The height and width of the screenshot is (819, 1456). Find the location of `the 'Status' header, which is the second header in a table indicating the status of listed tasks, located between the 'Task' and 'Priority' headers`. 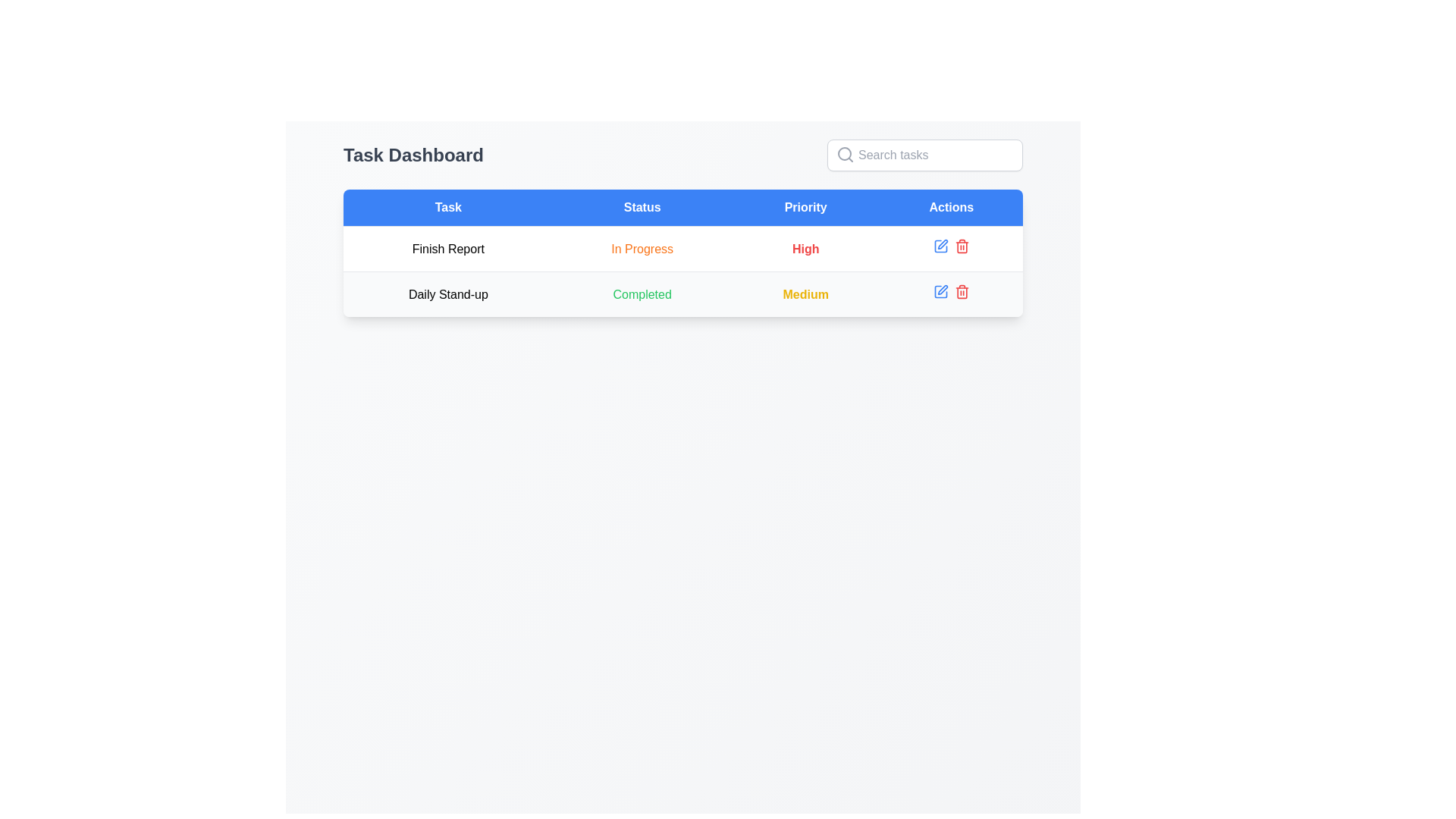

the 'Status' header, which is the second header in a table indicating the status of listed tasks, located between the 'Task' and 'Priority' headers is located at coordinates (642, 208).